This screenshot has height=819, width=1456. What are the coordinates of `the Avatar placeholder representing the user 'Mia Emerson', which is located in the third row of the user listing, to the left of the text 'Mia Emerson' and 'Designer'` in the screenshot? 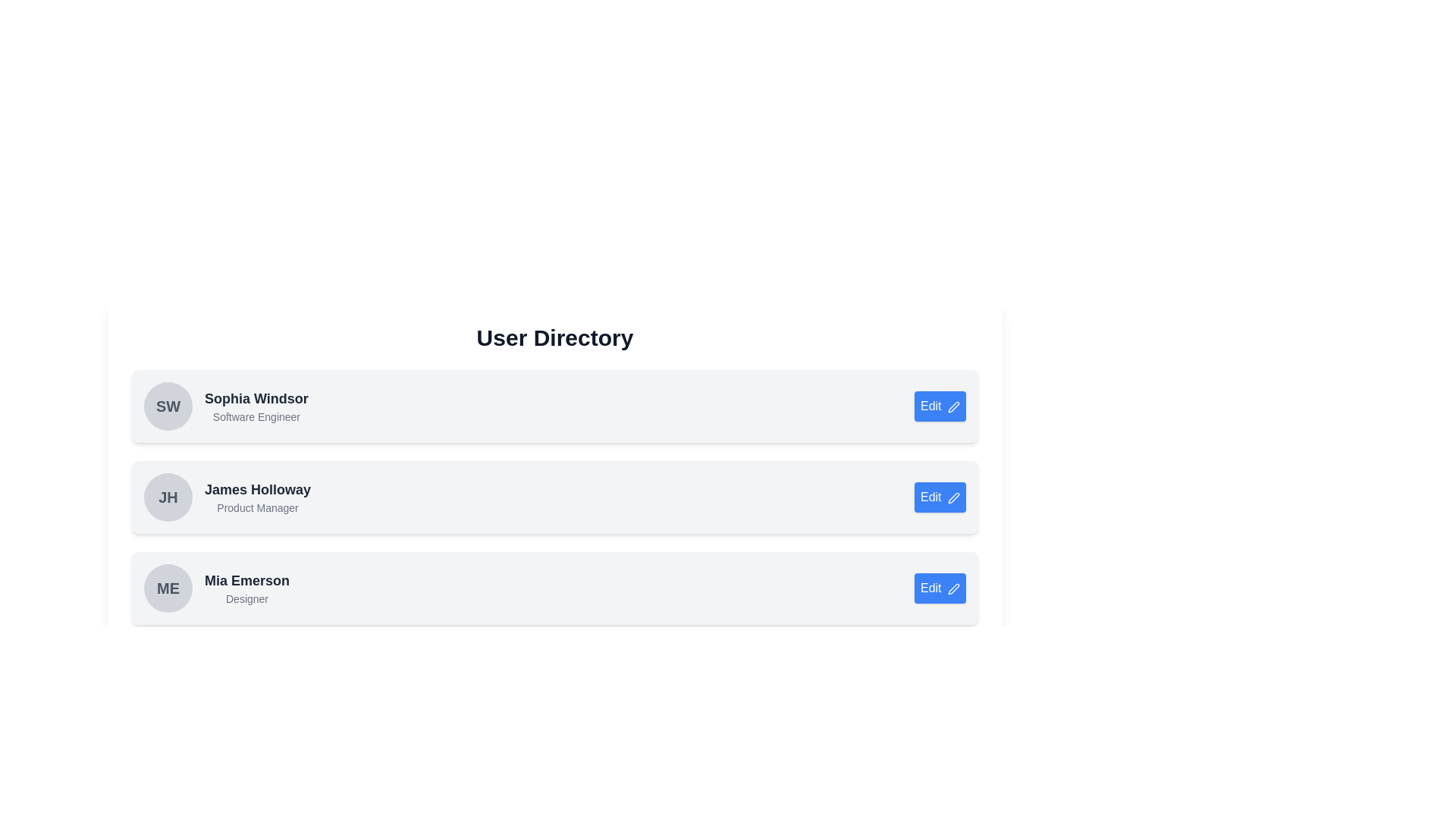 It's located at (168, 587).